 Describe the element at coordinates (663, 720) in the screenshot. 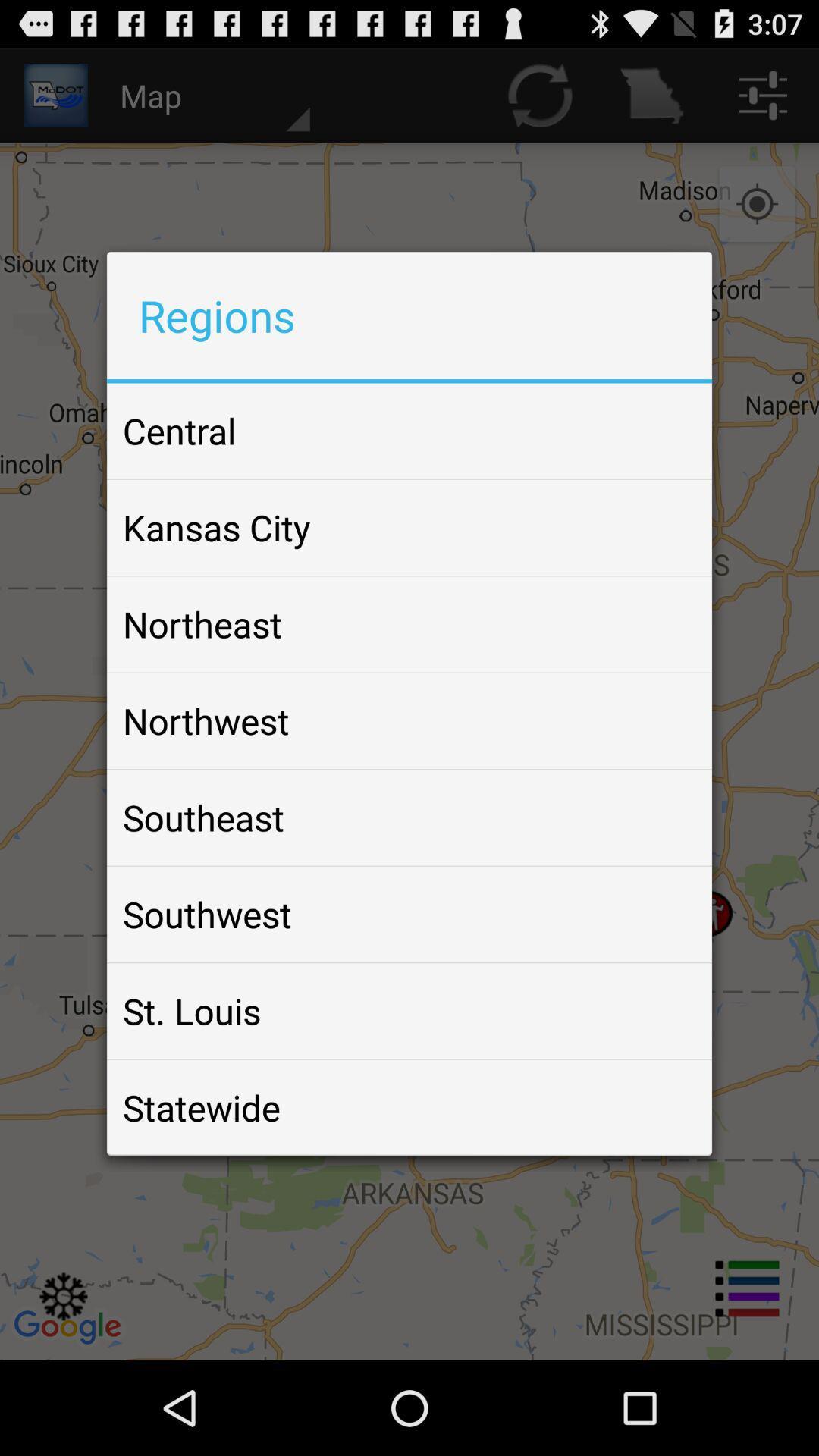

I see `the app next to the northwest` at that location.